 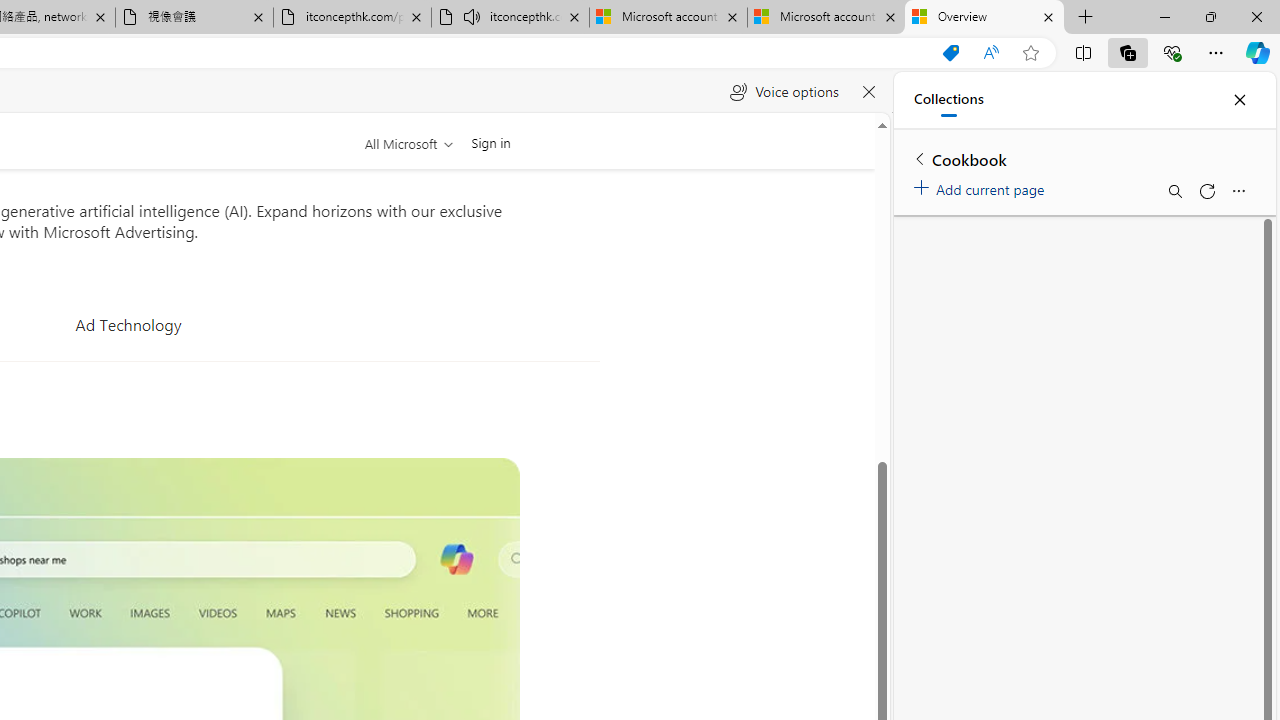 I want to click on 'Voice options', so click(x=783, y=92).